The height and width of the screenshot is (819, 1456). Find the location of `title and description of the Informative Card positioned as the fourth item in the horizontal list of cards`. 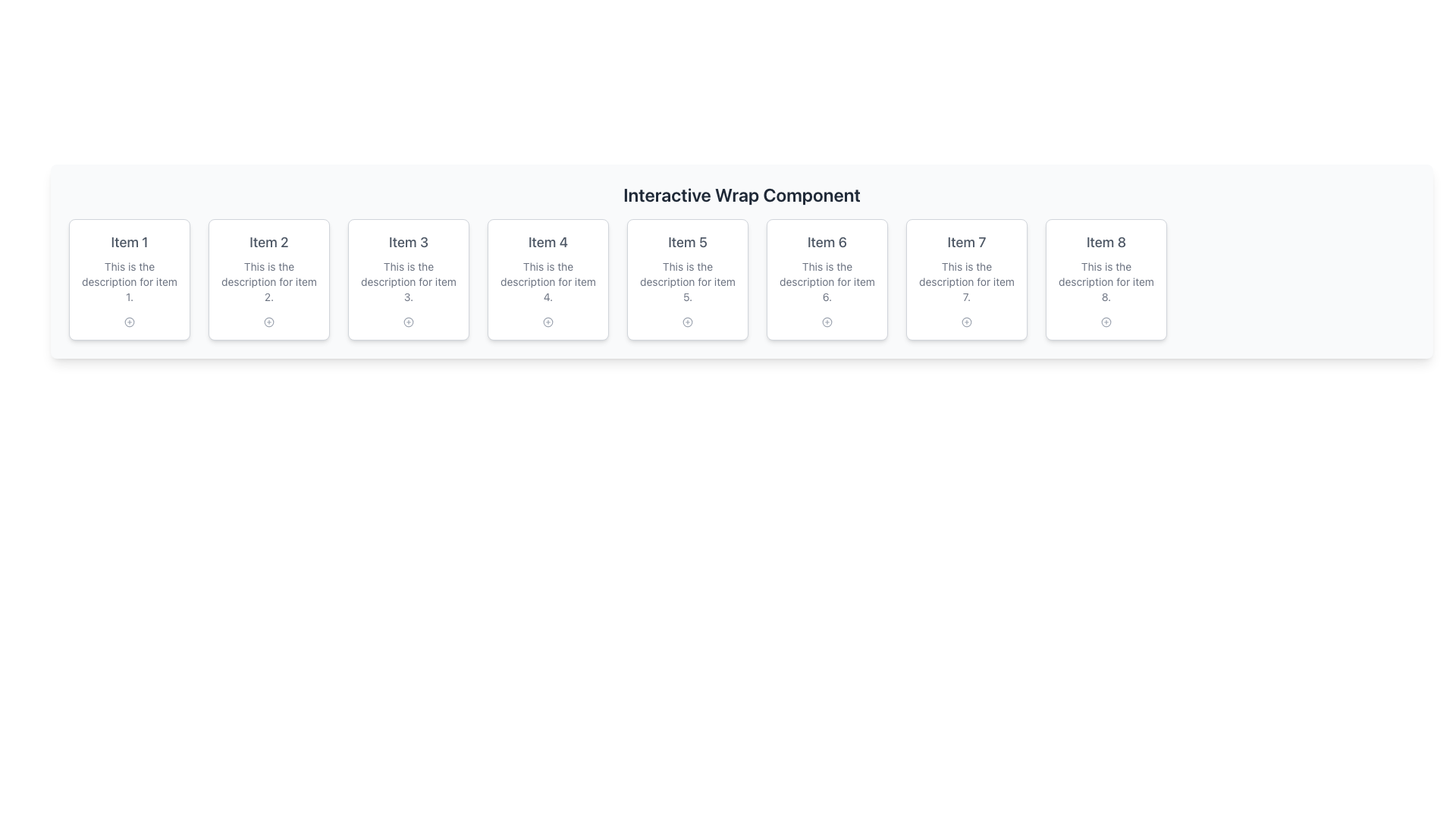

title and description of the Informative Card positioned as the fourth item in the horizontal list of cards is located at coordinates (548, 280).